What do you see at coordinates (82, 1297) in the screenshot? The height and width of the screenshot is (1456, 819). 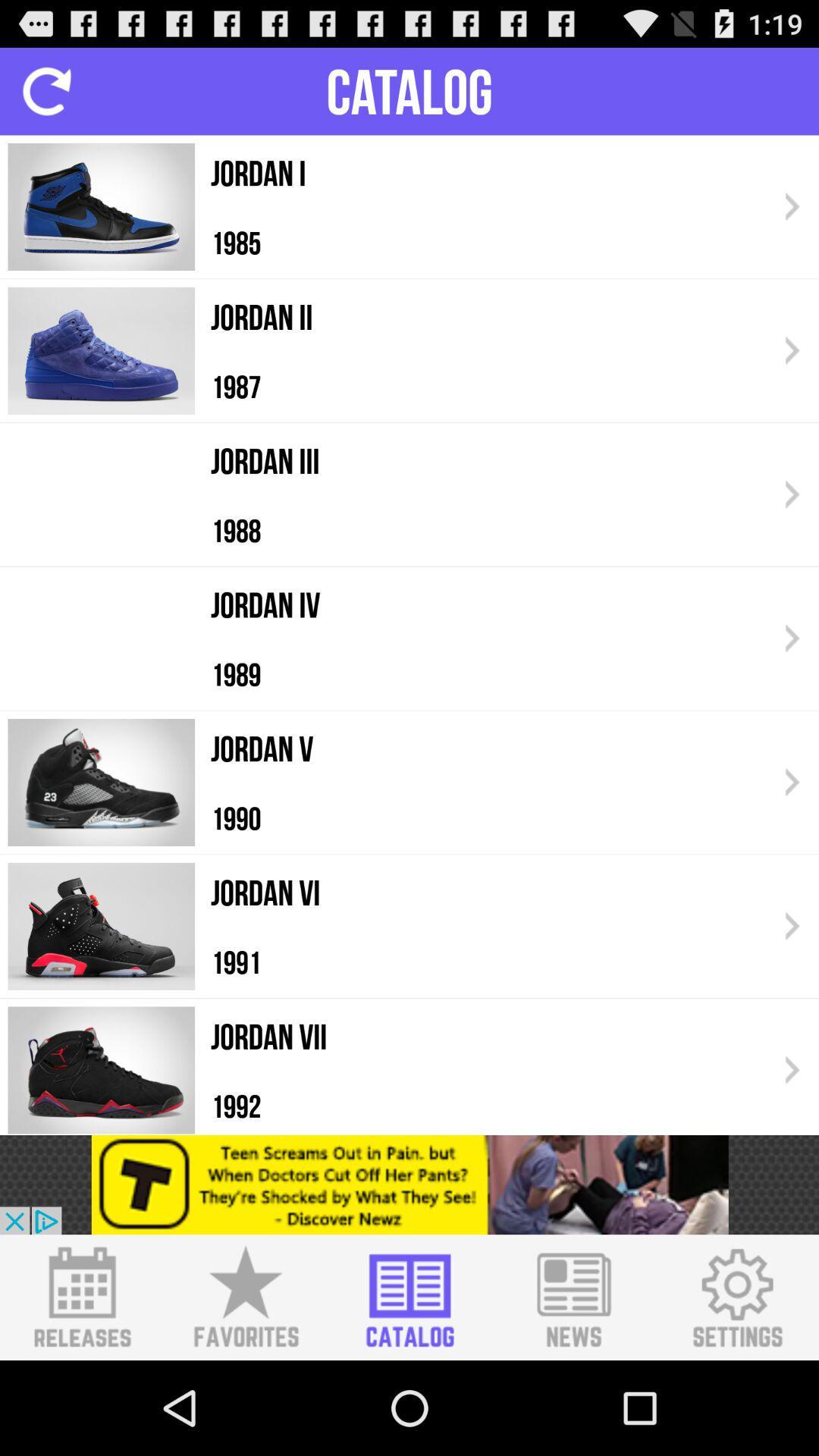 I see `releases` at bounding box center [82, 1297].